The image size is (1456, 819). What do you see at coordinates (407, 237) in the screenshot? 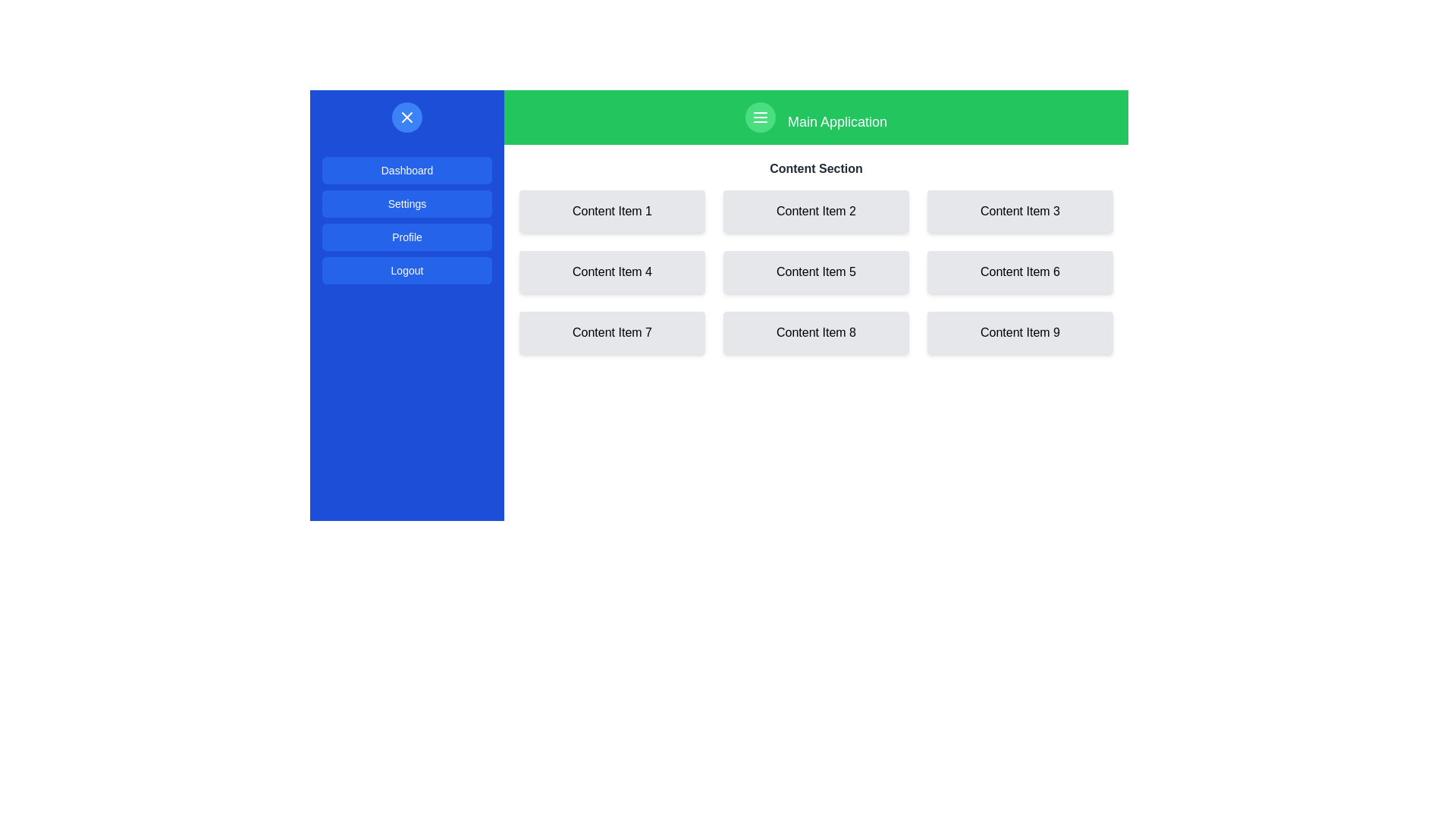
I see `the 'Profile' button, which is the third button in a vertical list on the left blue sidebar` at bounding box center [407, 237].